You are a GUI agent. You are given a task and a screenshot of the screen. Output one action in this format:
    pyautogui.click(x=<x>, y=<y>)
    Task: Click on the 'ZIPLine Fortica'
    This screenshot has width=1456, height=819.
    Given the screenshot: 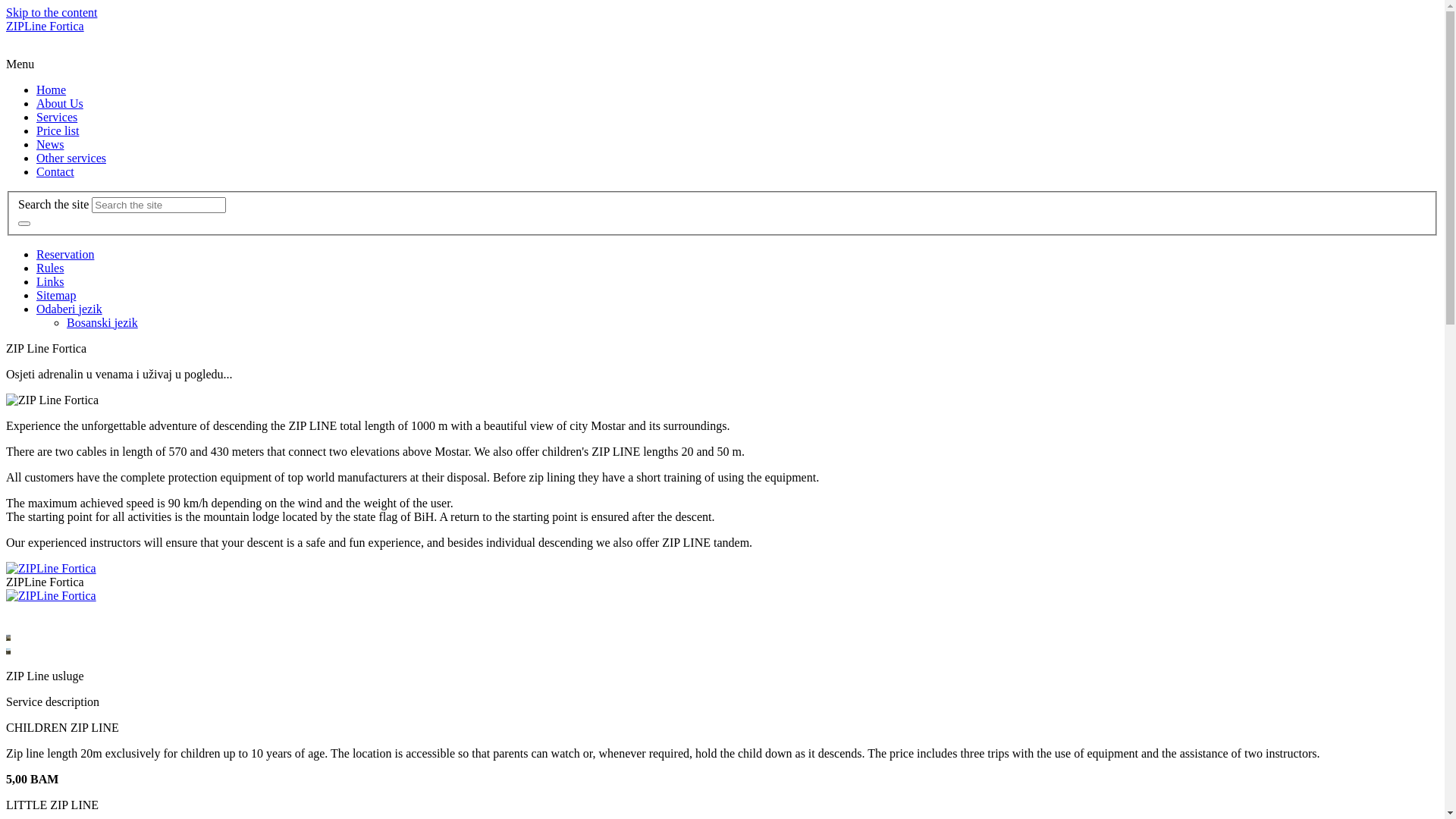 What is the action you would take?
    pyautogui.click(x=45, y=26)
    